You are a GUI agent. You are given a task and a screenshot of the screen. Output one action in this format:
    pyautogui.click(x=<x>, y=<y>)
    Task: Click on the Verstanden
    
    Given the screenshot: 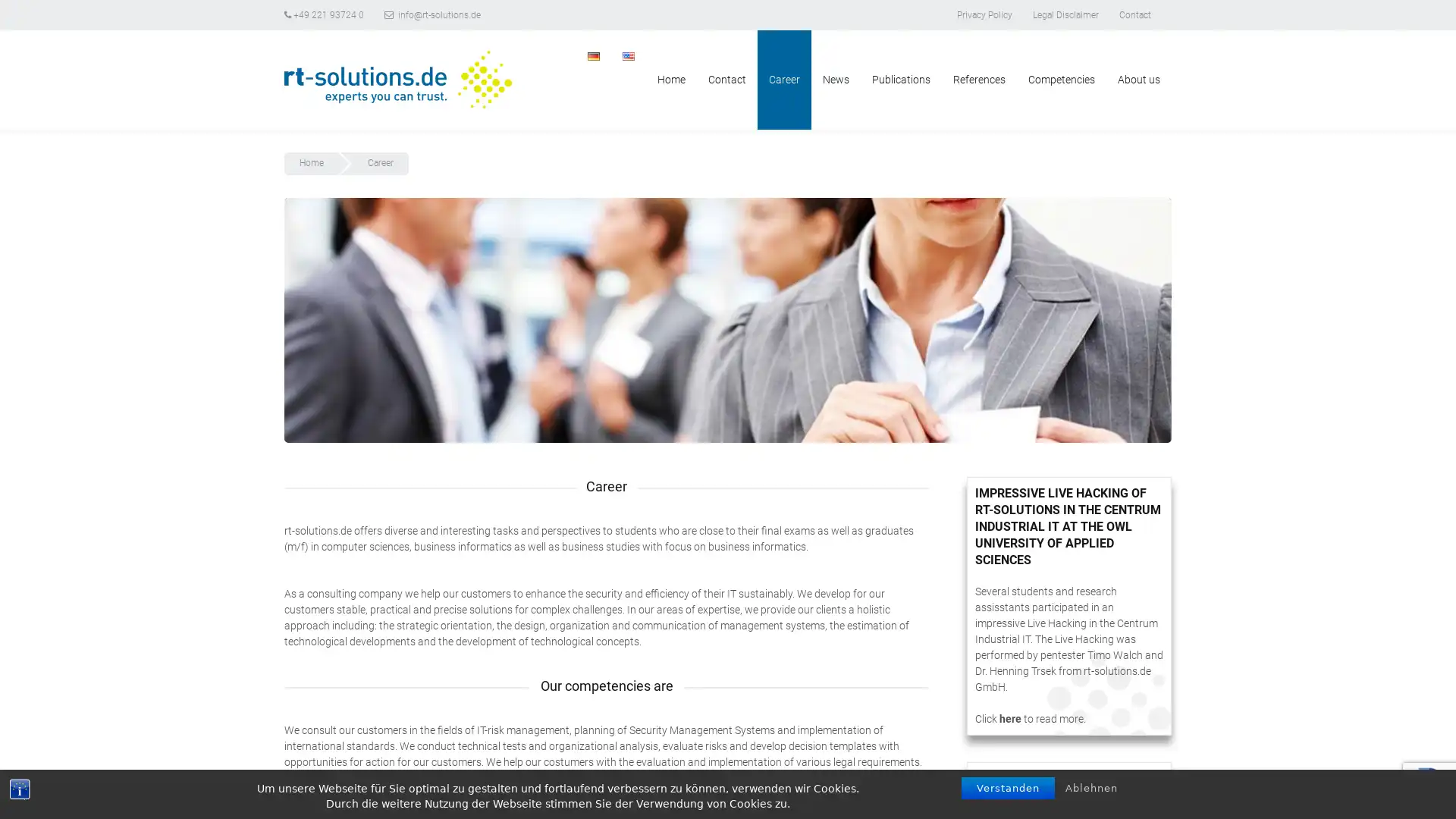 What is the action you would take?
    pyautogui.click(x=1008, y=787)
    